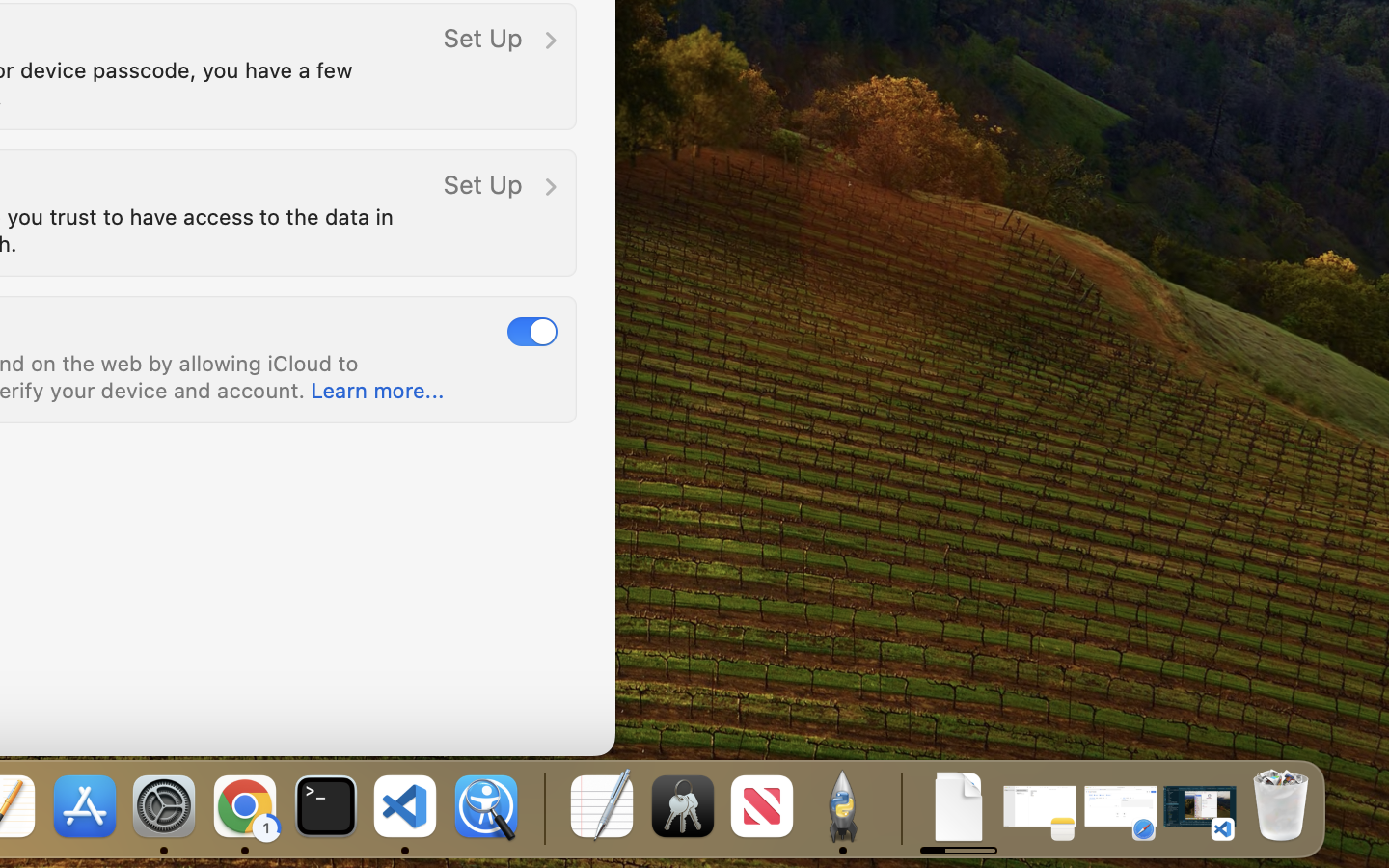 Image resolution: width=1389 pixels, height=868 pixels. What do you see at coordinates (542, 807) in the screenshot?
I see `'0.4285714328289032'` at bounding box center [542, 807].